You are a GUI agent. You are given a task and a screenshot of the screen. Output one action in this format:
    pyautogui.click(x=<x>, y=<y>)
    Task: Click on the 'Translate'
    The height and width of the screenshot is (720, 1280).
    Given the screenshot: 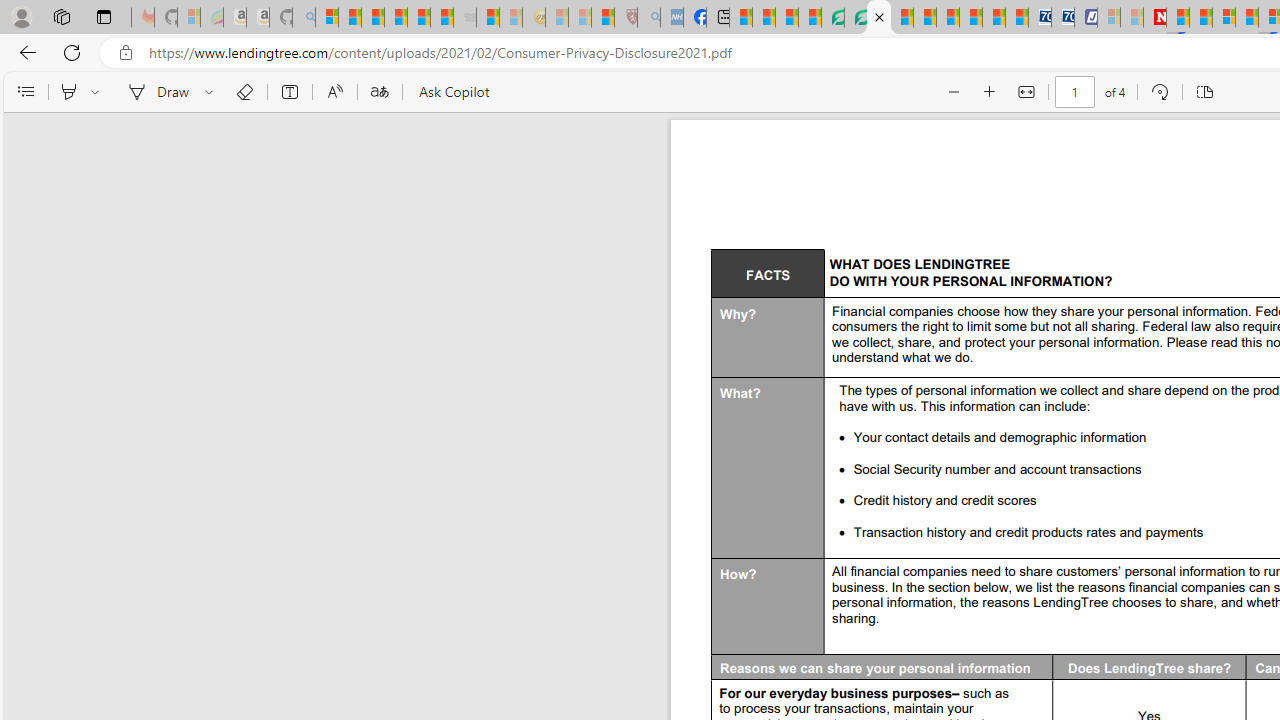 What is the action you would take?
    pyautogui.click(x=379, y=92)
    